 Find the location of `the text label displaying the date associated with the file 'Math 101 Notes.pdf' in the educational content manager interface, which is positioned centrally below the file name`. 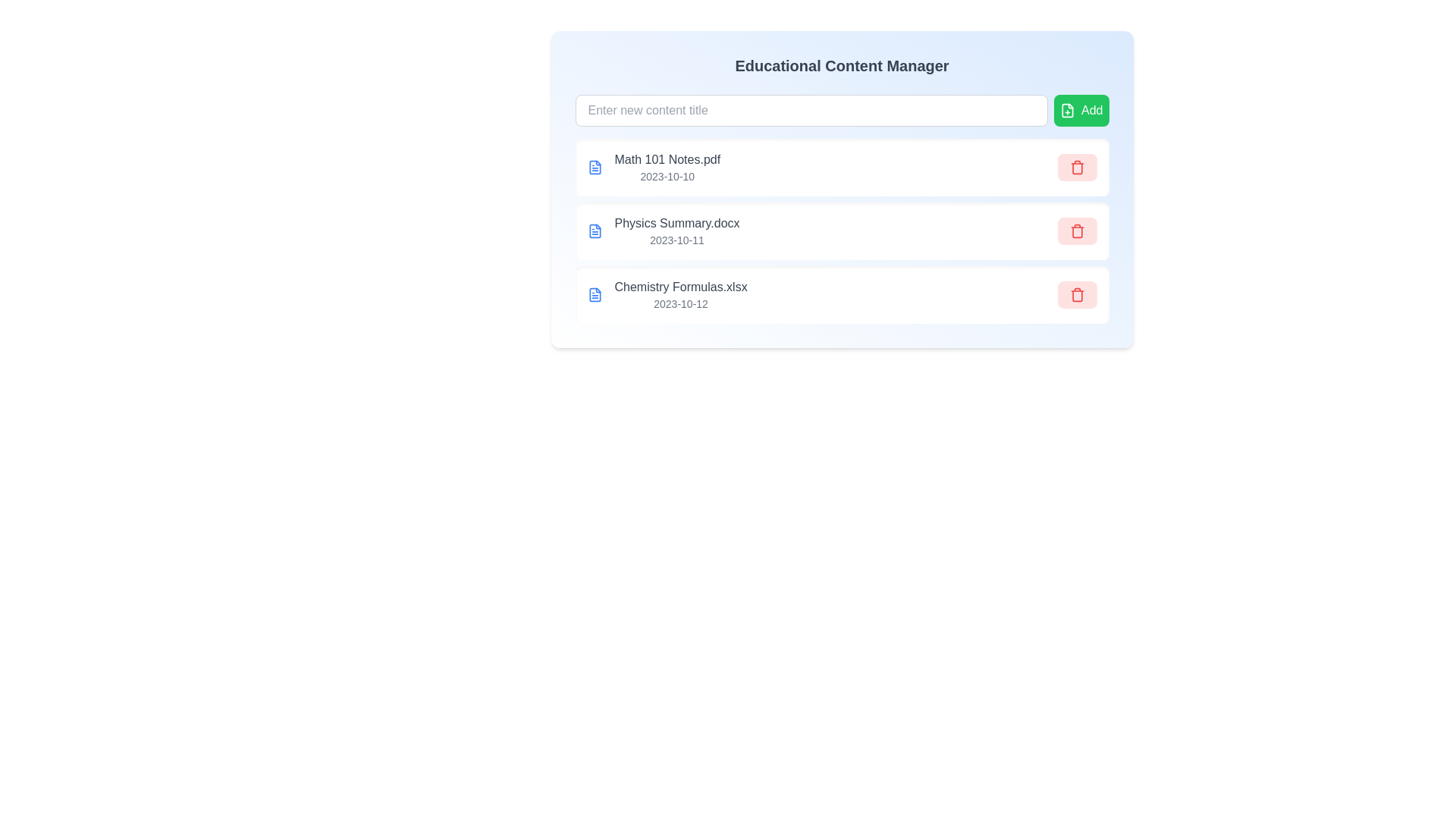

the text label displaying the date associated with the file 'Math 101 Notes.pdf' in the educational content manager interface, which is positioned centrally below the file name is located at coordinates (667, 175).